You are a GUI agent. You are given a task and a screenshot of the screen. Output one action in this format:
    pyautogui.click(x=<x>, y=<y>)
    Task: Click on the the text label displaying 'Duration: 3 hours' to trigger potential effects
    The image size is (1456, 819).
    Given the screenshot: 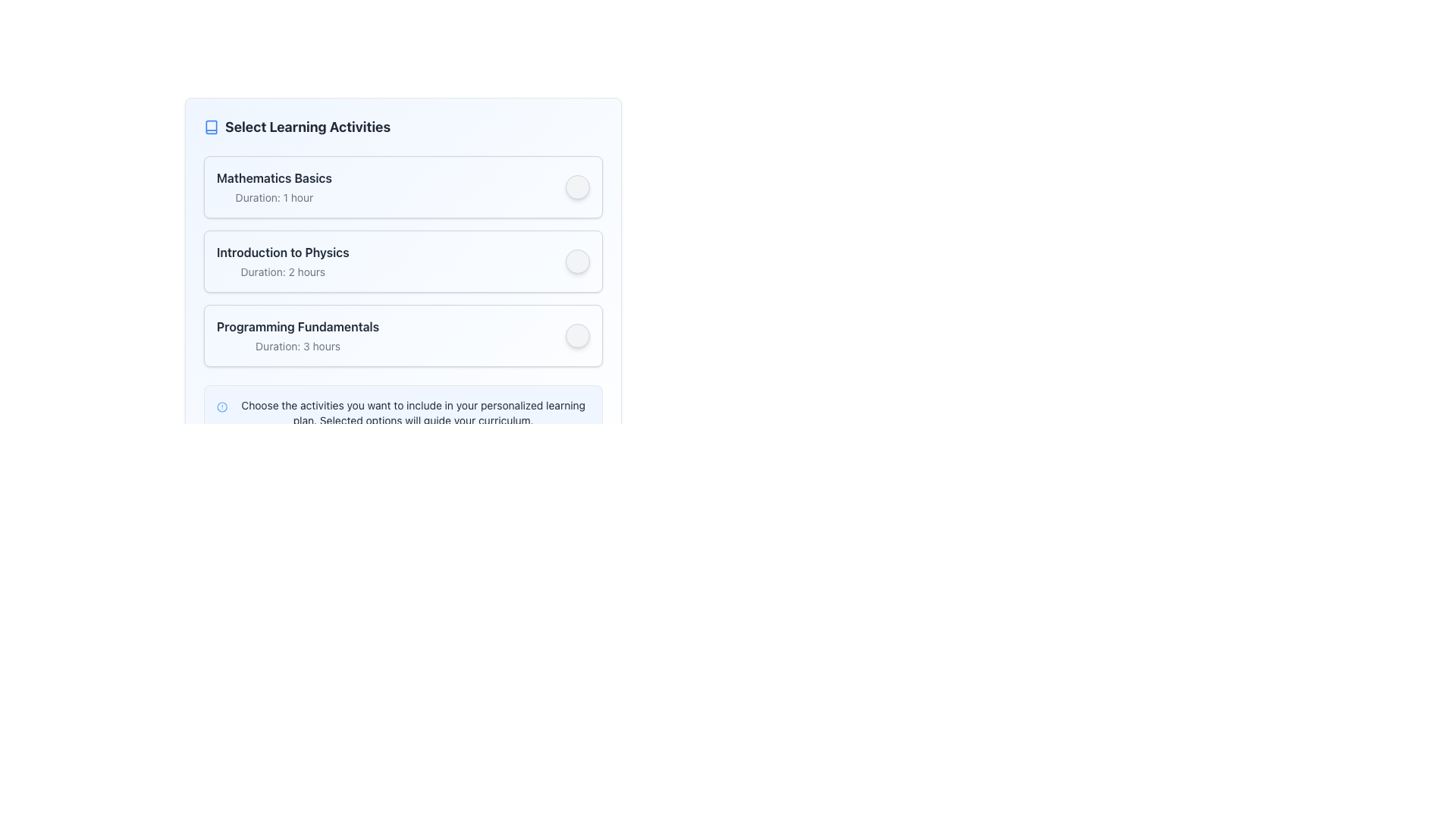 What is the action you would take?
    pyautogui.click(x=298, y=346)
    